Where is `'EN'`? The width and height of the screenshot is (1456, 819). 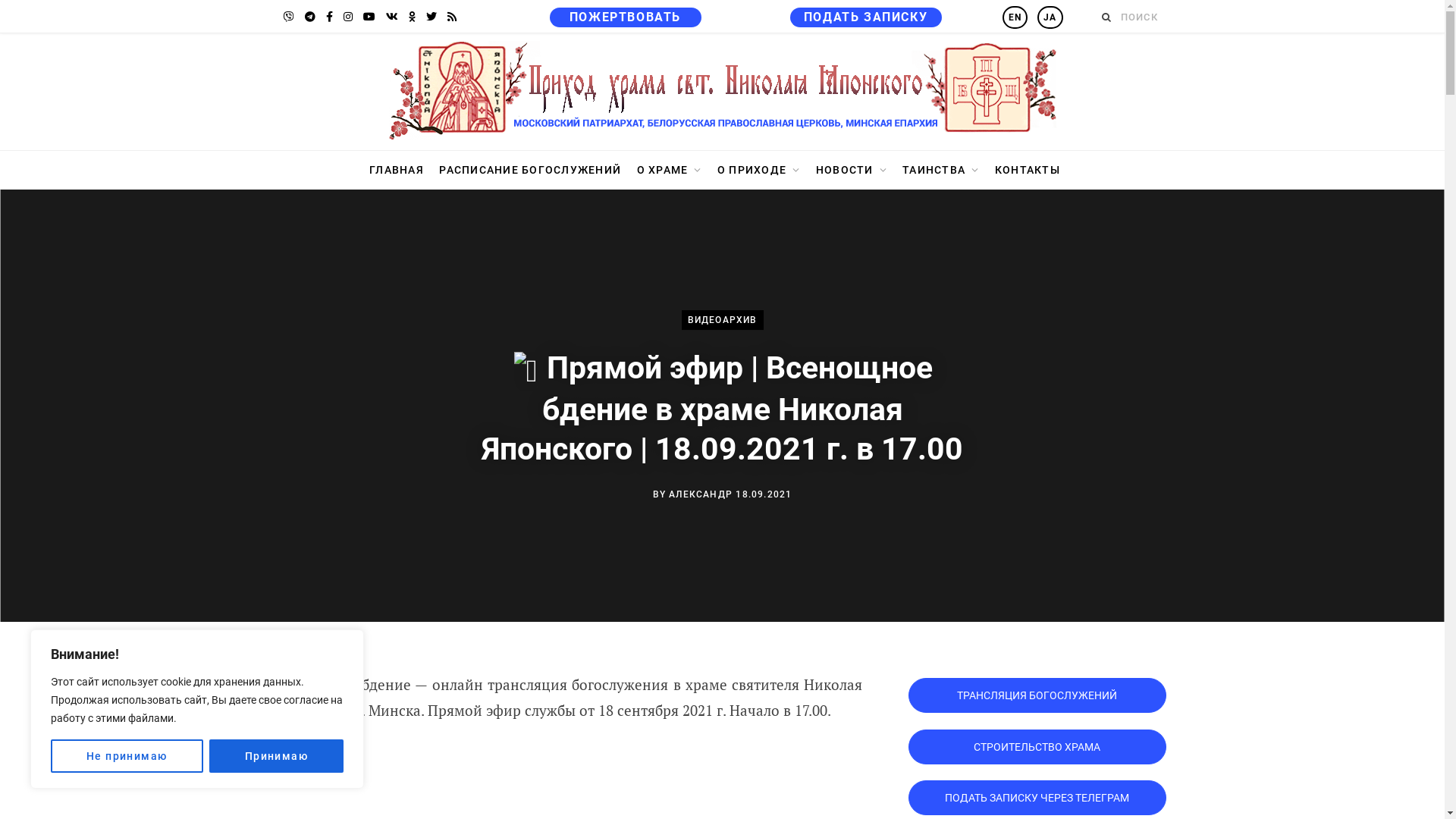 'EN' is located at coordinates (1002, 17).